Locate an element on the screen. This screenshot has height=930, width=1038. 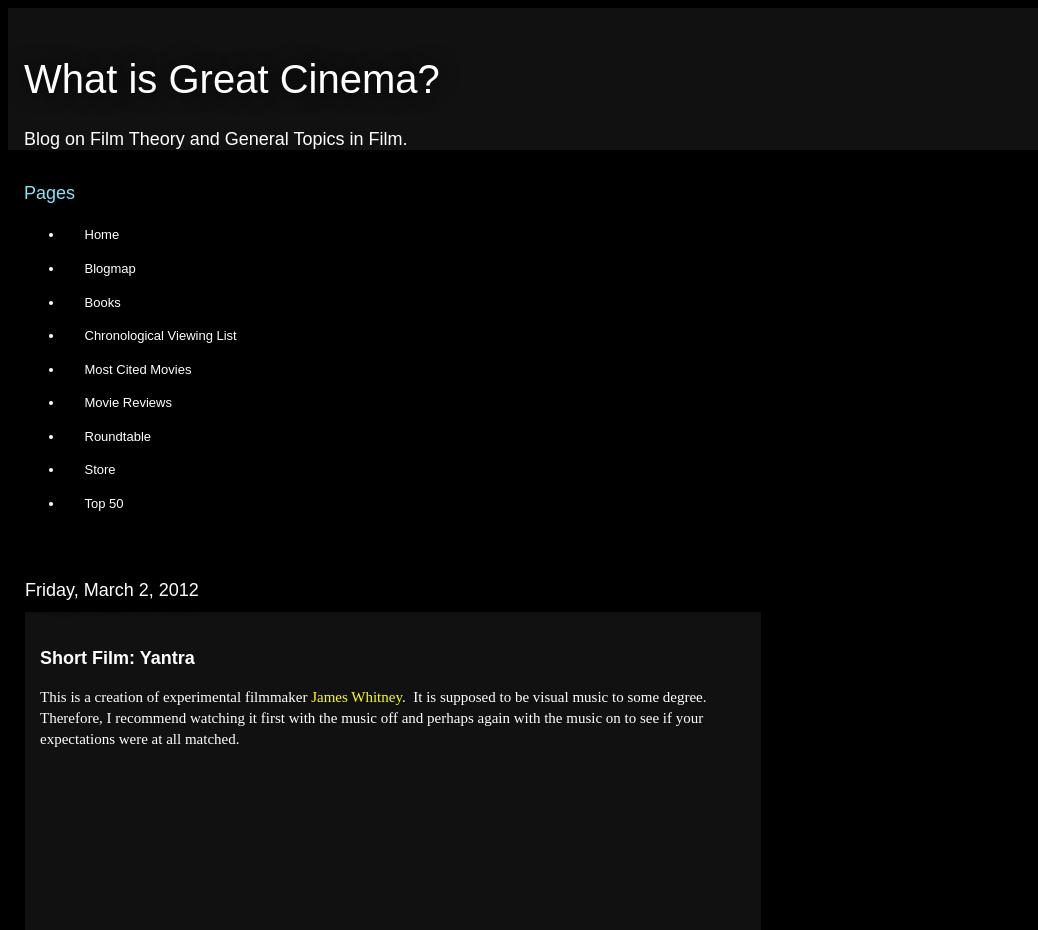
'What is Great Cinema?' is located at coordinates (230, 78).